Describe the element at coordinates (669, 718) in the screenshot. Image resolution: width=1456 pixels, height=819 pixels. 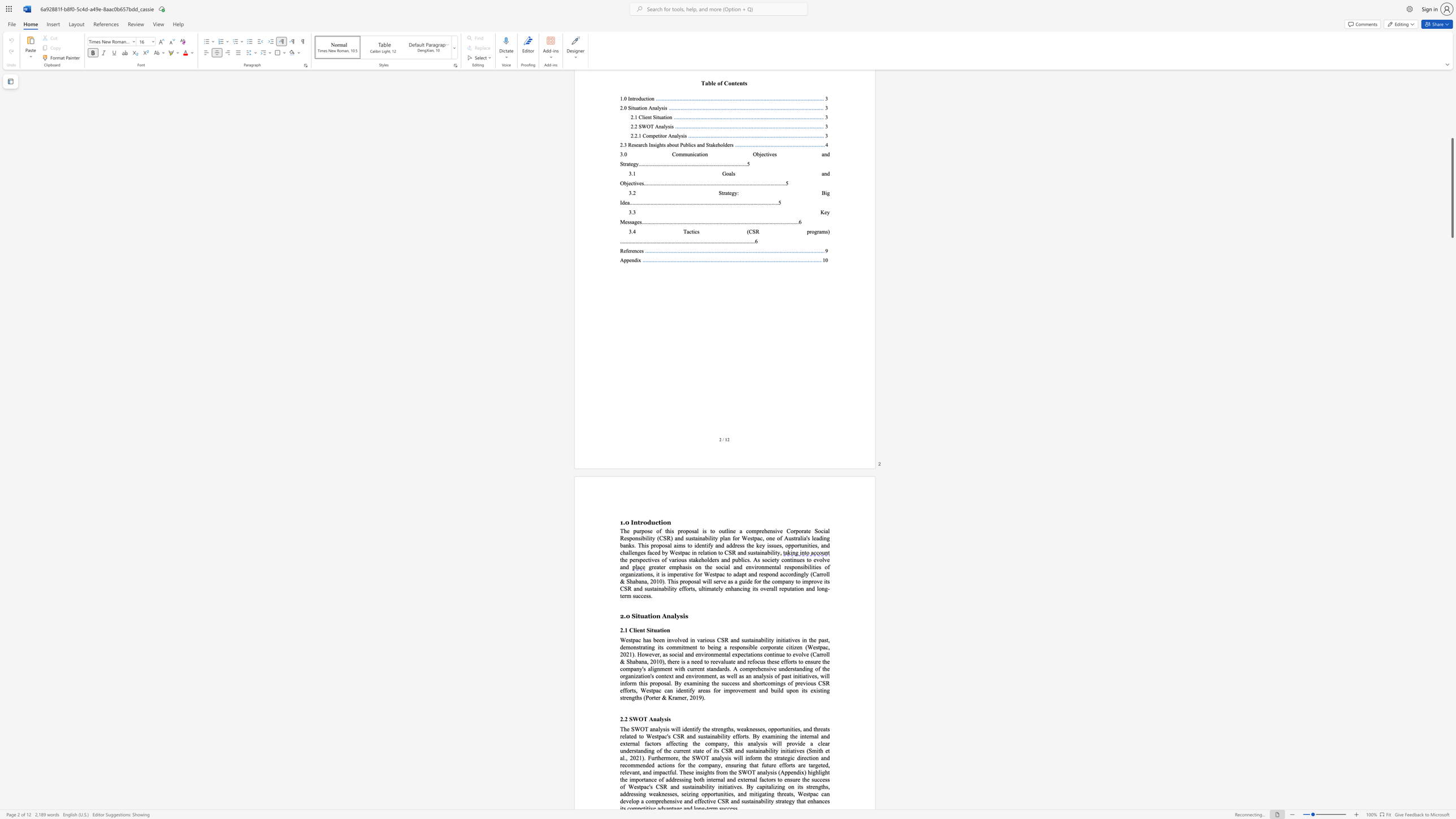
I see `the 2th character "s" in the text` at that location.